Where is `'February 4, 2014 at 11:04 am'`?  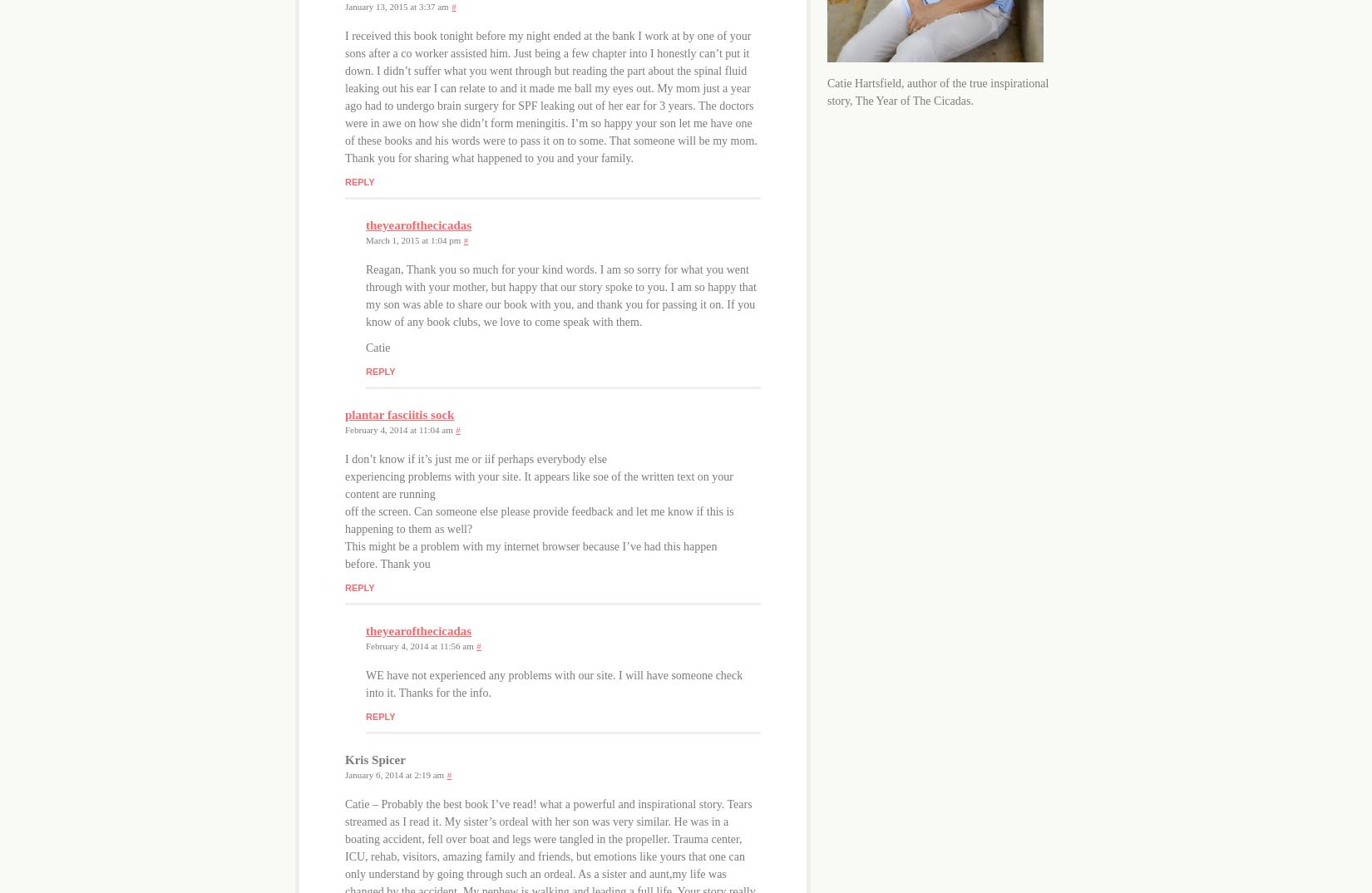
'February 4, 2014 at 11:04 am' is located at coordinates (397, 428).